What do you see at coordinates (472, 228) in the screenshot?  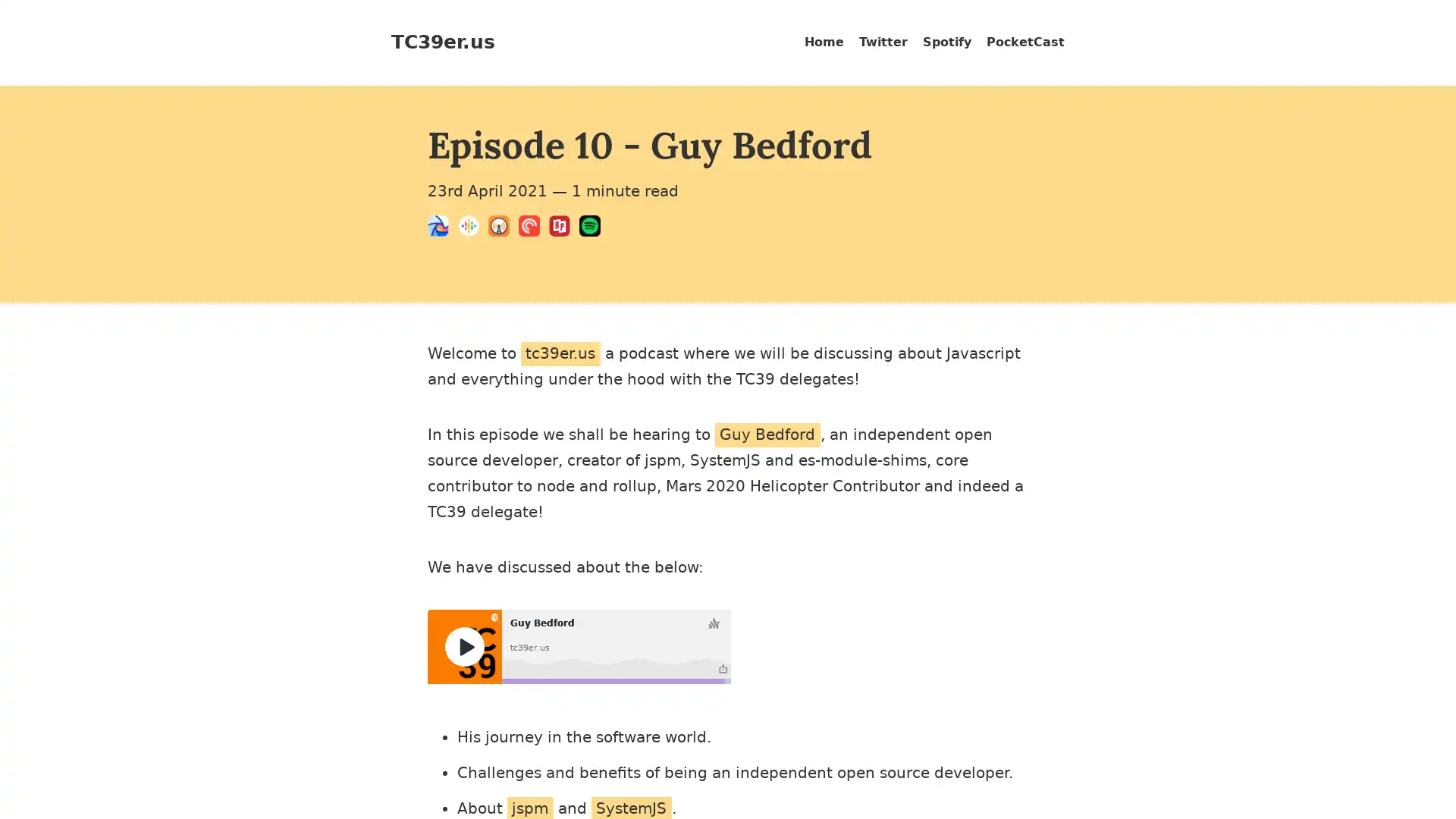 I see `Google Podcasts Logo` at bounding box center [472, 228].